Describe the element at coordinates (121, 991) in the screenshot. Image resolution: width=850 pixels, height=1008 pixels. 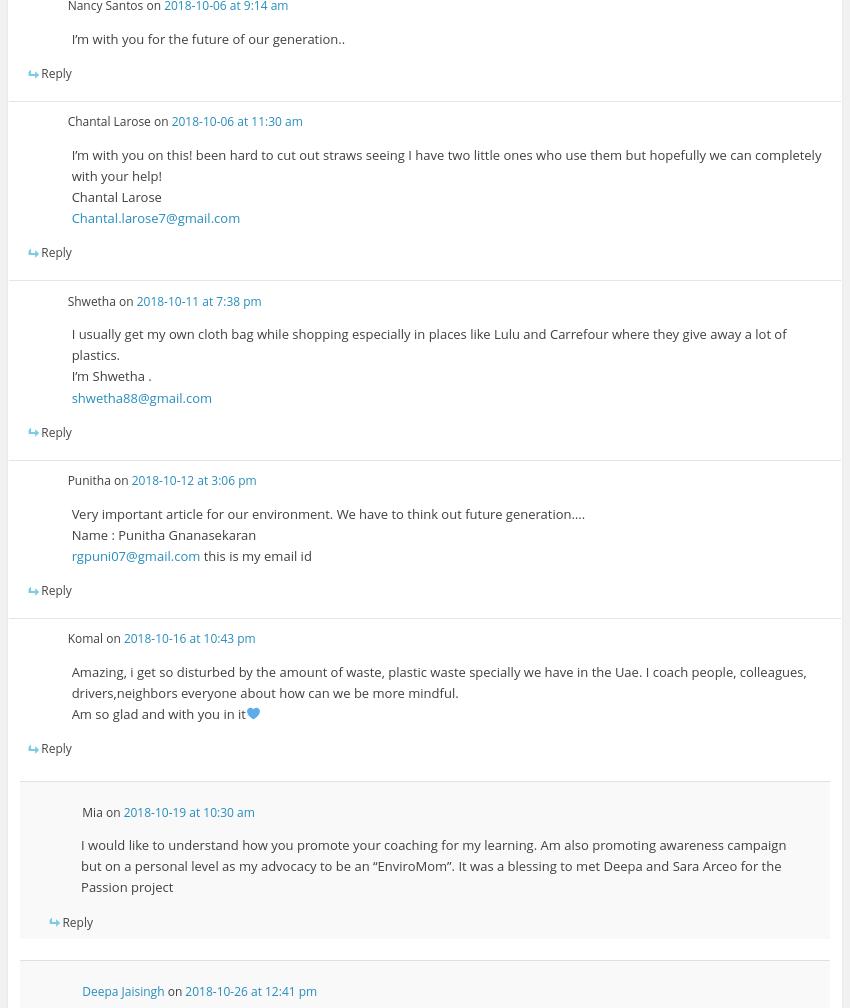
I see `'Deepa Jaisingh'` at that location.